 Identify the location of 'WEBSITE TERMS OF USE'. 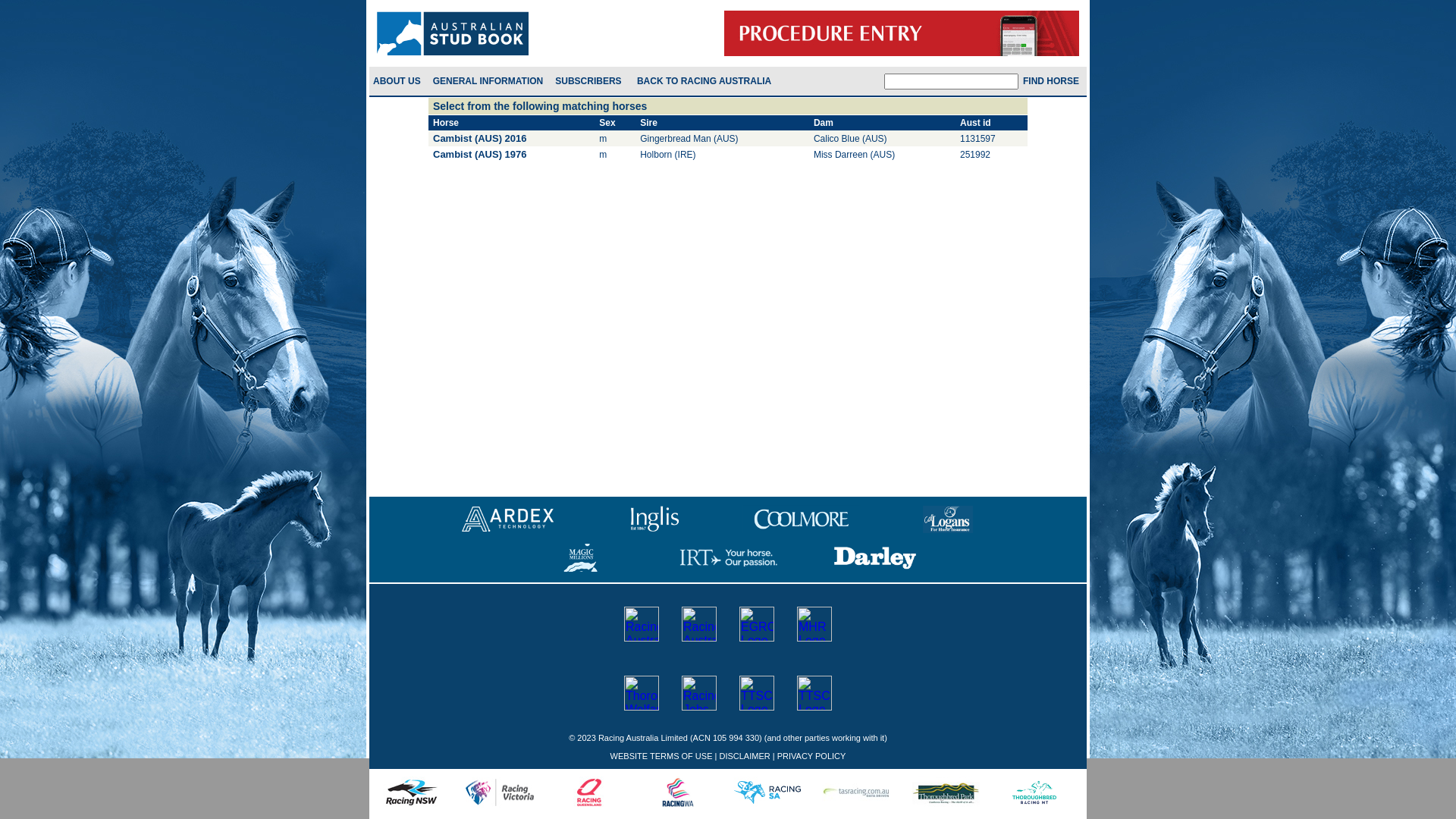
(610, 755).